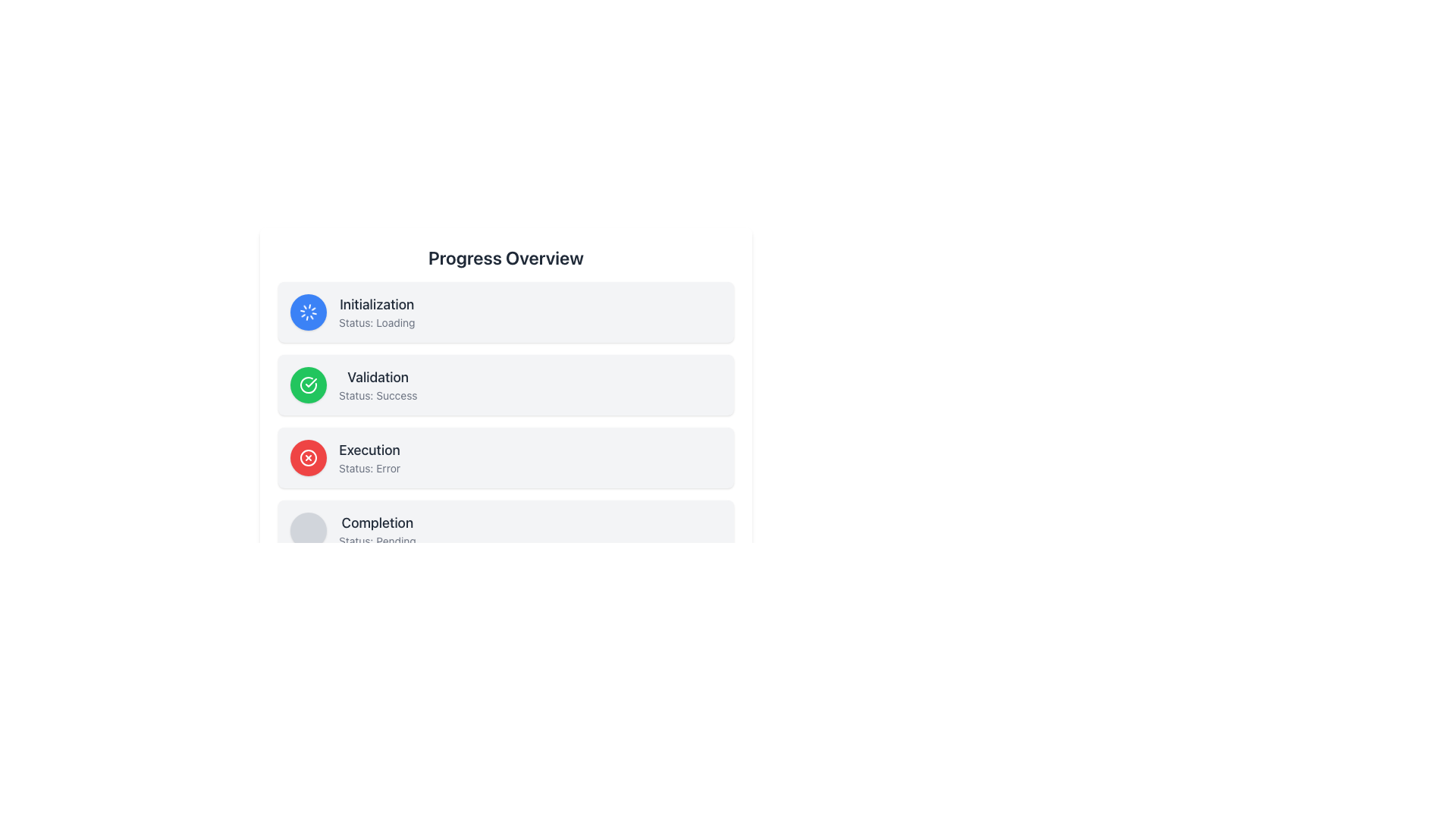 This screenshot has height=819, width=1456. I want to click on the fourth item in the vertical stack of progress status indicators under the 'Progress Overview' heading, located at the lower left of the 'Completion' row, so click(352, 529).